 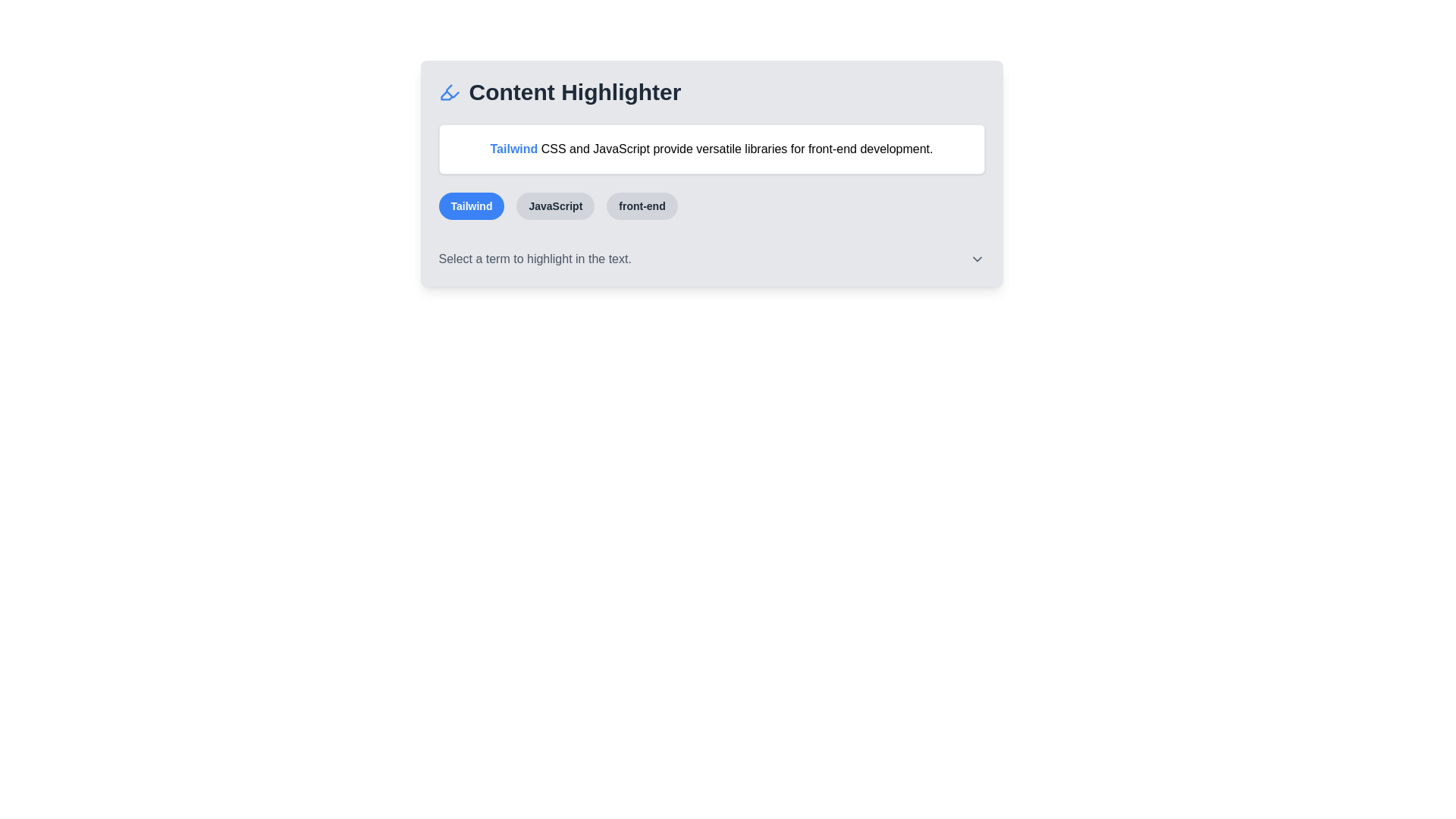 What do you see at coordinates (554, 206) in the screenshot?
I see `the second button labeled 'JavaScript'` at bounding box center [554, 206].